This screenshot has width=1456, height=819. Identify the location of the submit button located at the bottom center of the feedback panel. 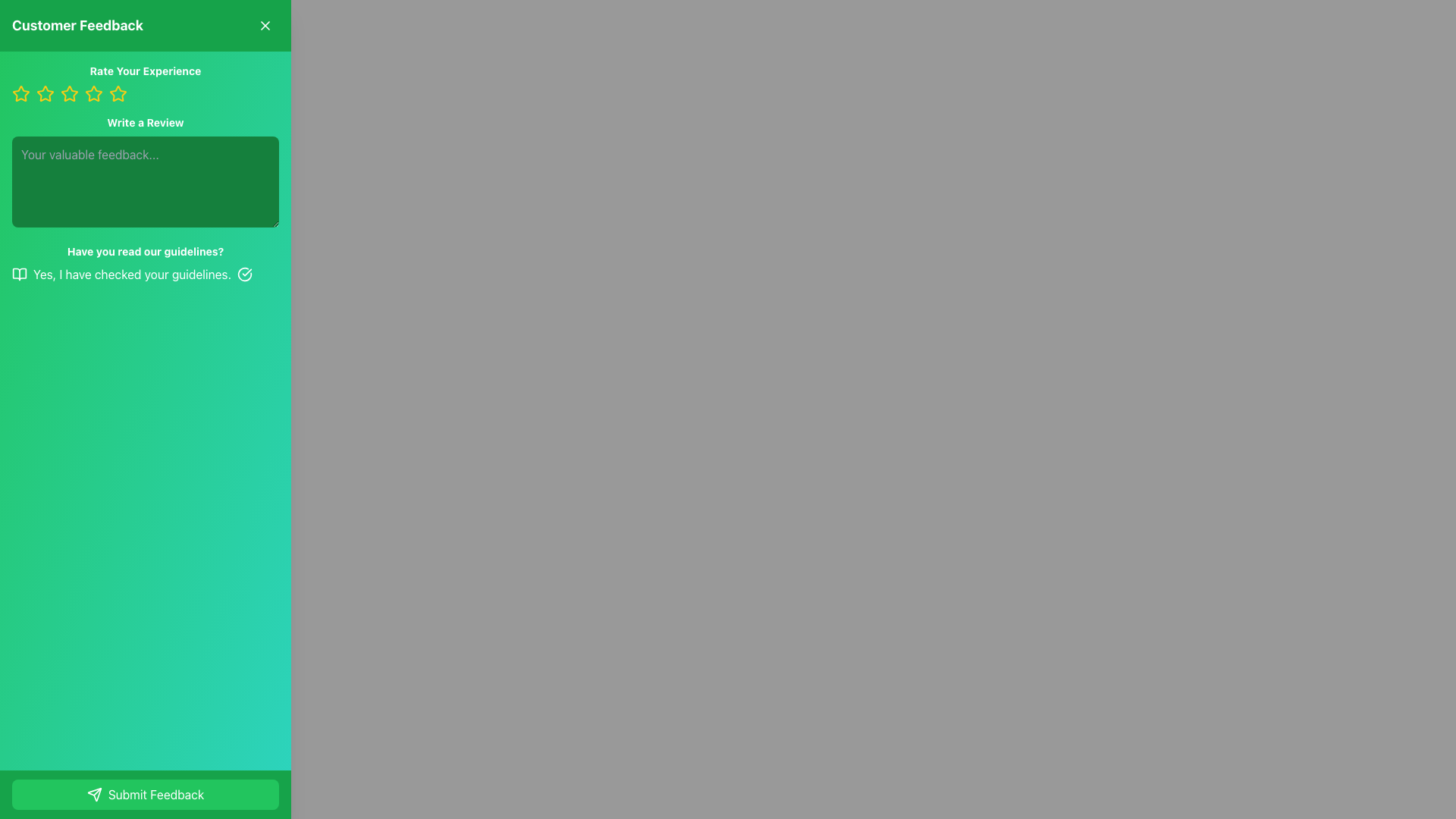
(146, 794).